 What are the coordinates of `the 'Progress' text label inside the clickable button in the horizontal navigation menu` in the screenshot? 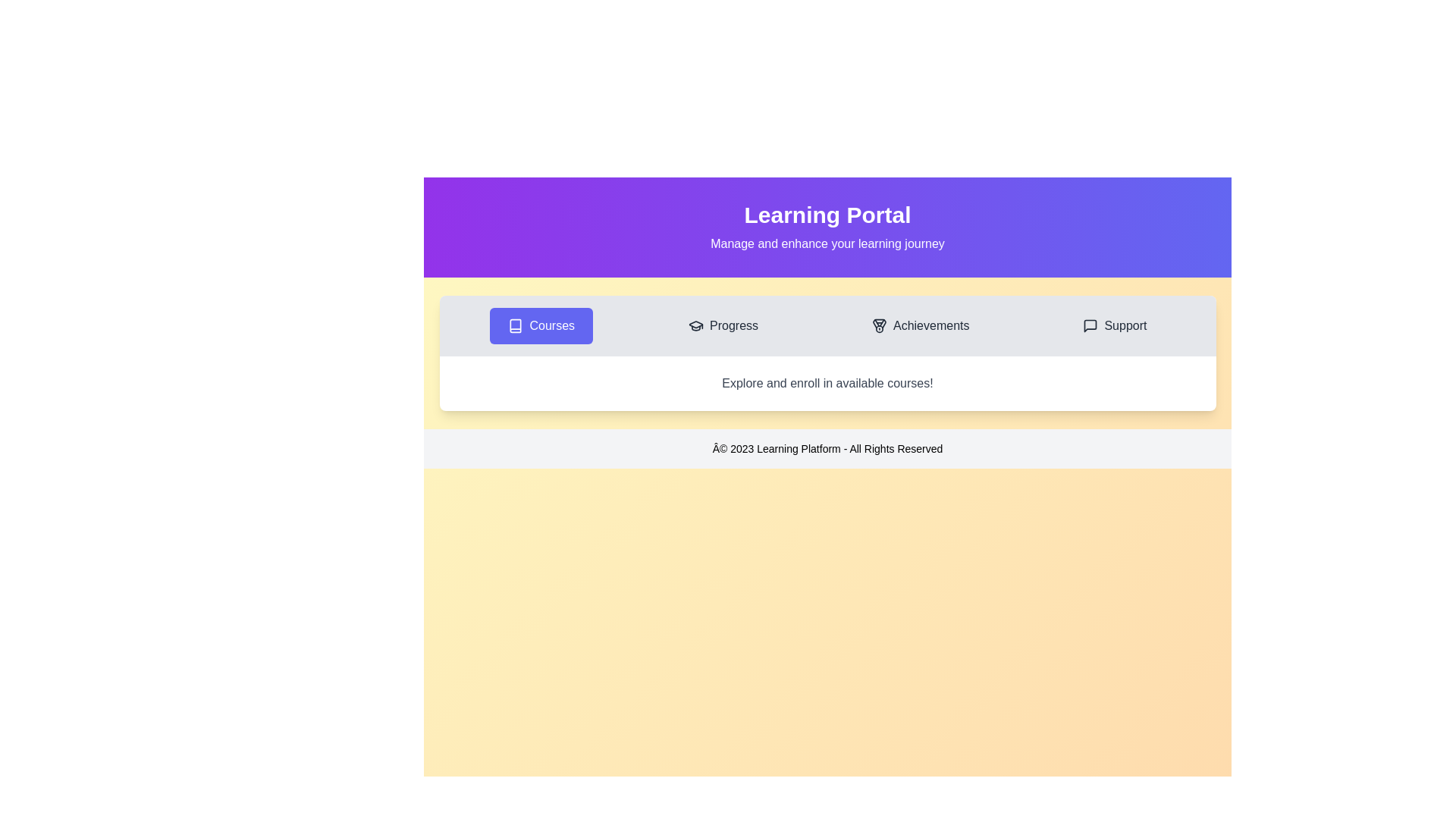 It's located at (734, 325).